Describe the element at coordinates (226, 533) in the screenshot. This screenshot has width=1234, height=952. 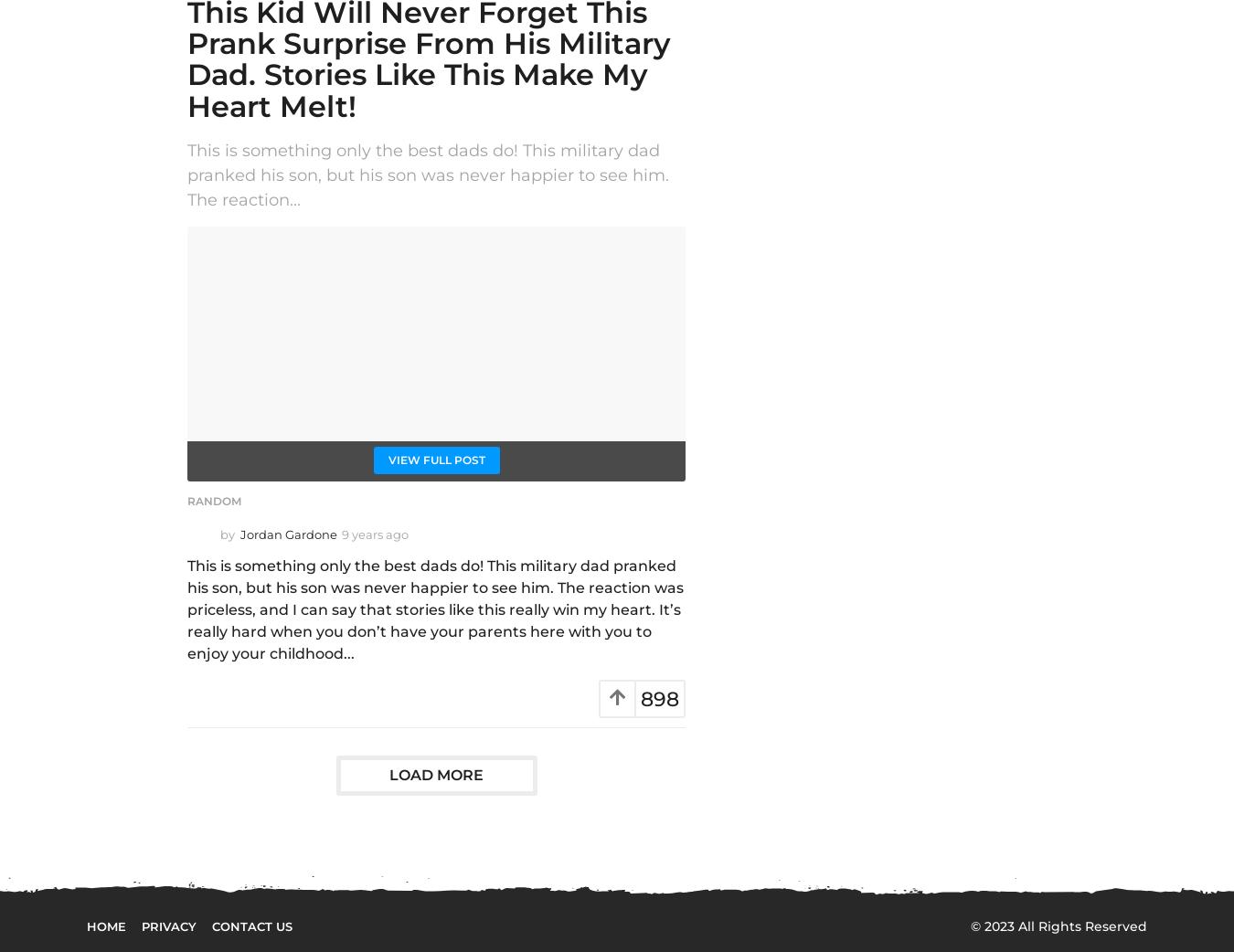
I see `'by'` at that location.